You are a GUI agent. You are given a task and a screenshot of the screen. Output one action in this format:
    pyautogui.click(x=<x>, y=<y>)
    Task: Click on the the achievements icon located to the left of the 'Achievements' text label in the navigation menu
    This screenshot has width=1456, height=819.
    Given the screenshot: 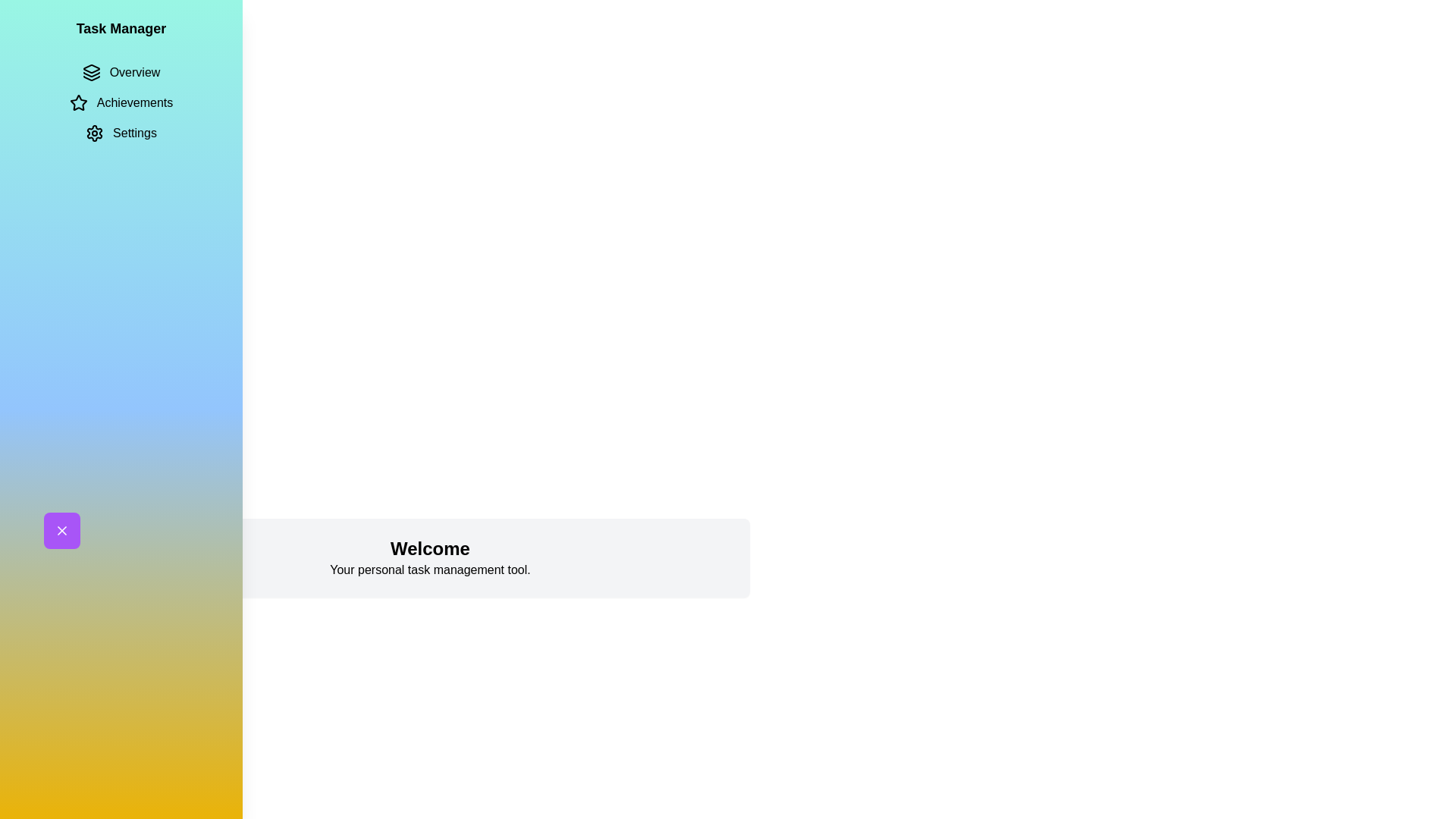 What is the action you would take?
    pyautogui.click(x=77, y=102)
    